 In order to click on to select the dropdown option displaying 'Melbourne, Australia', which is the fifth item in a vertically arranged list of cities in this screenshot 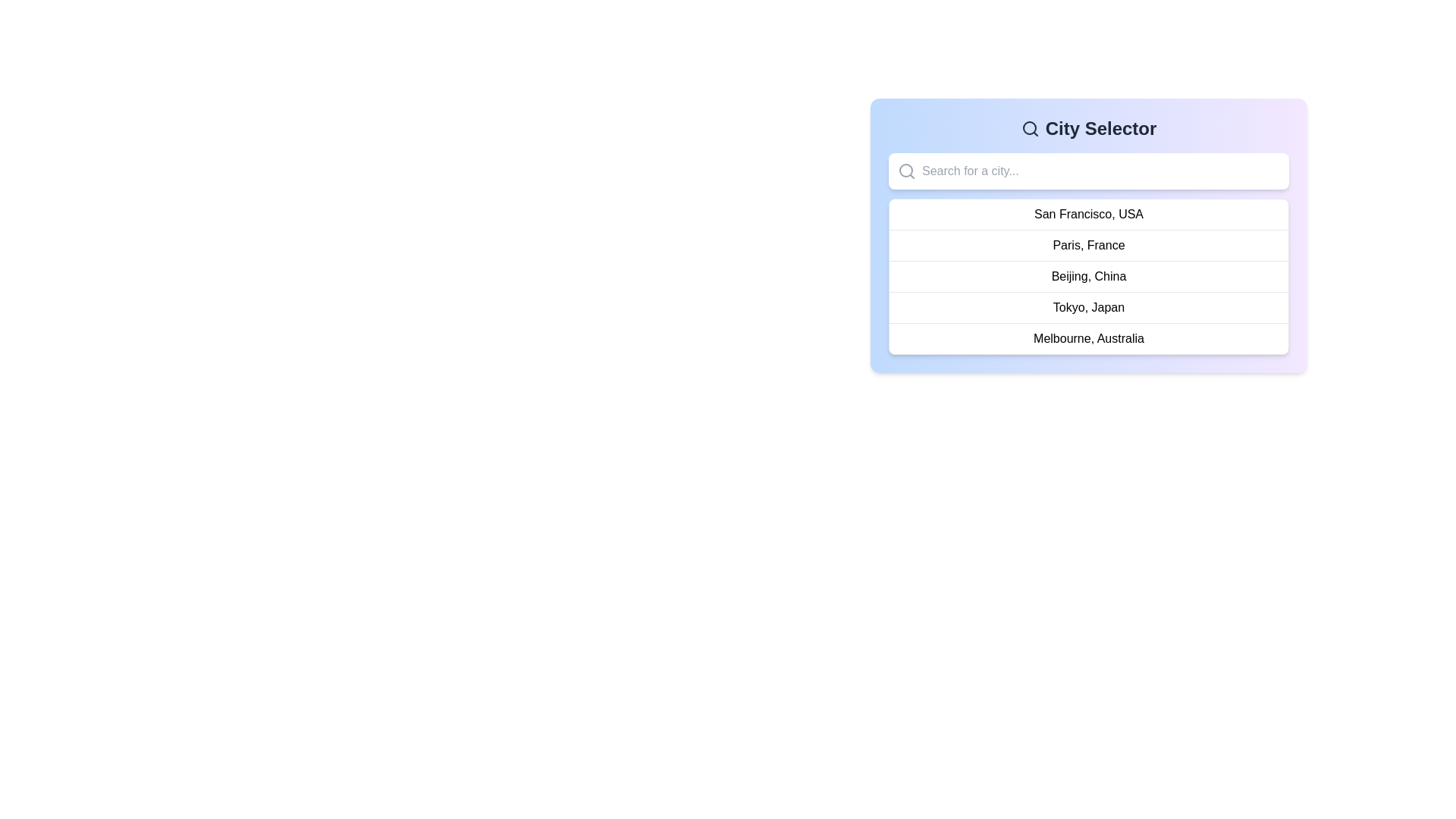, I will do `click(1087, 337)`.